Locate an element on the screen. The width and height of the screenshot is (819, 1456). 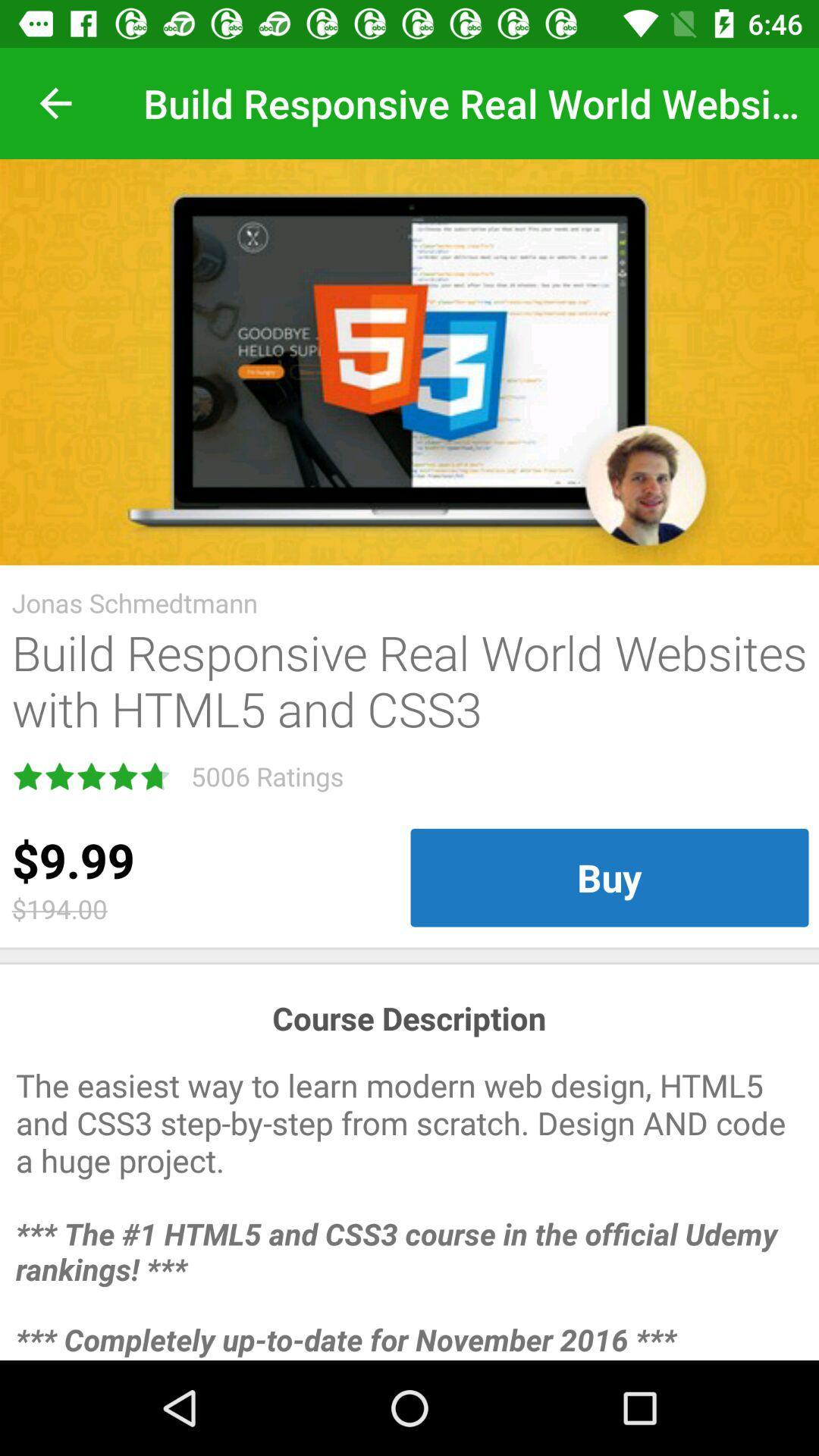
the item to the right of the $9.99 is located at coordinates (608, 877).